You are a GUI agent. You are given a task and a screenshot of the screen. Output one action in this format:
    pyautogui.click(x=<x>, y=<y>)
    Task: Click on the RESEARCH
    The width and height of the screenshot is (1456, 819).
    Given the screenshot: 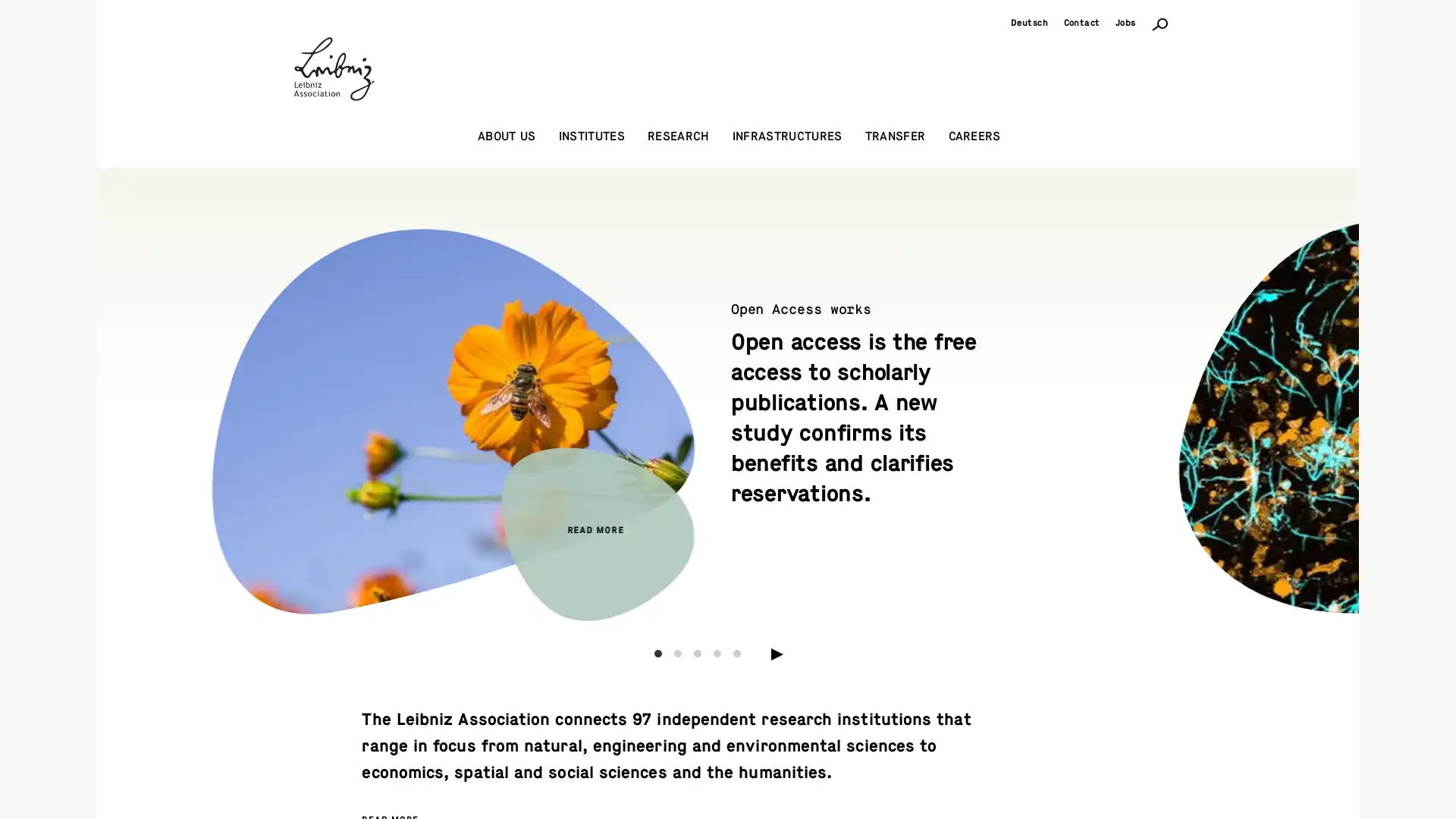 What is the action you would take?
    pyautogui.click(x=677, y=136)
    